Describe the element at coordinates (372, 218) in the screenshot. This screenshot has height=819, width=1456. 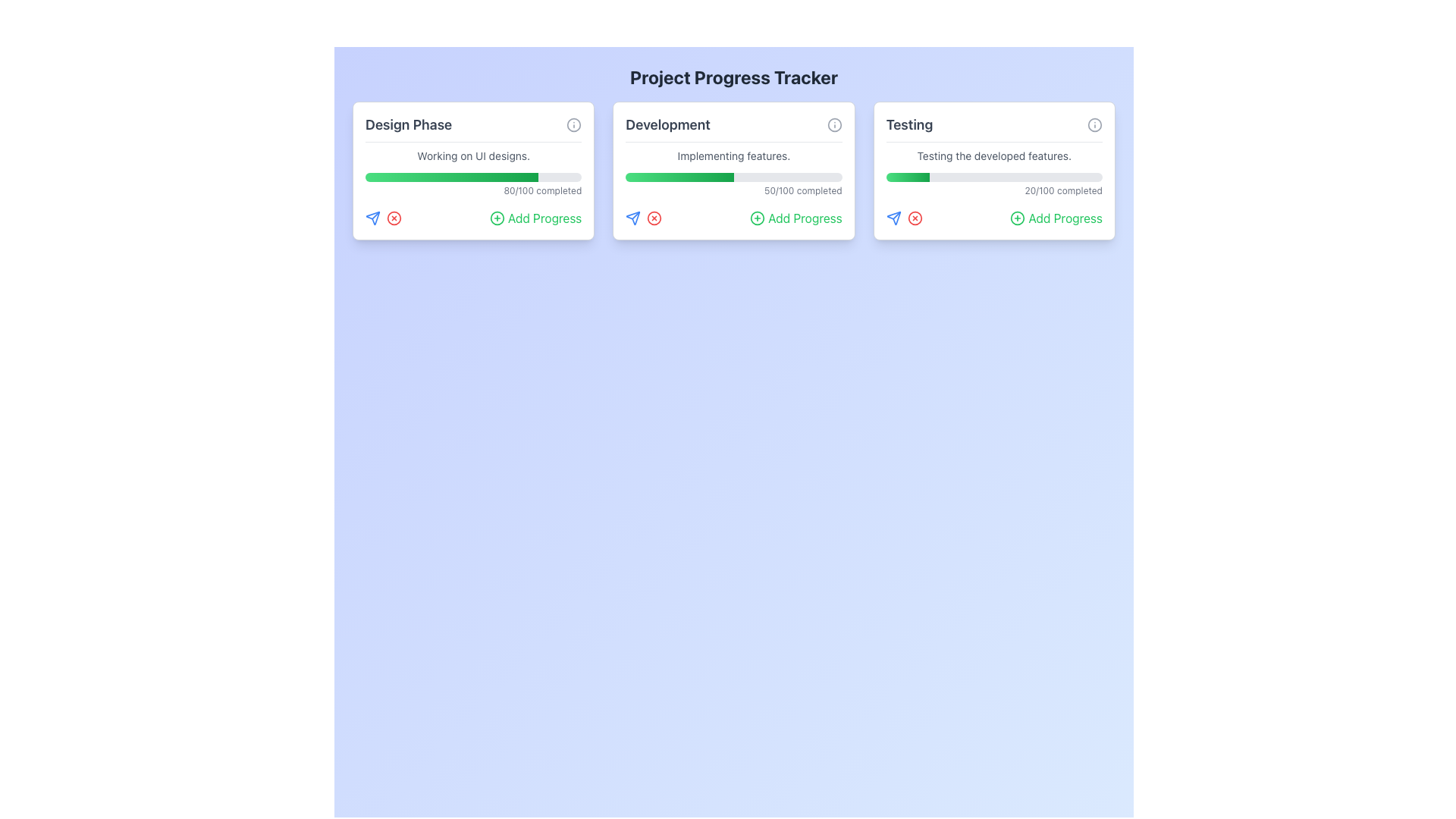
I see `the first icon button located at the bottom left section of the 'Design Phase' card` at that location.